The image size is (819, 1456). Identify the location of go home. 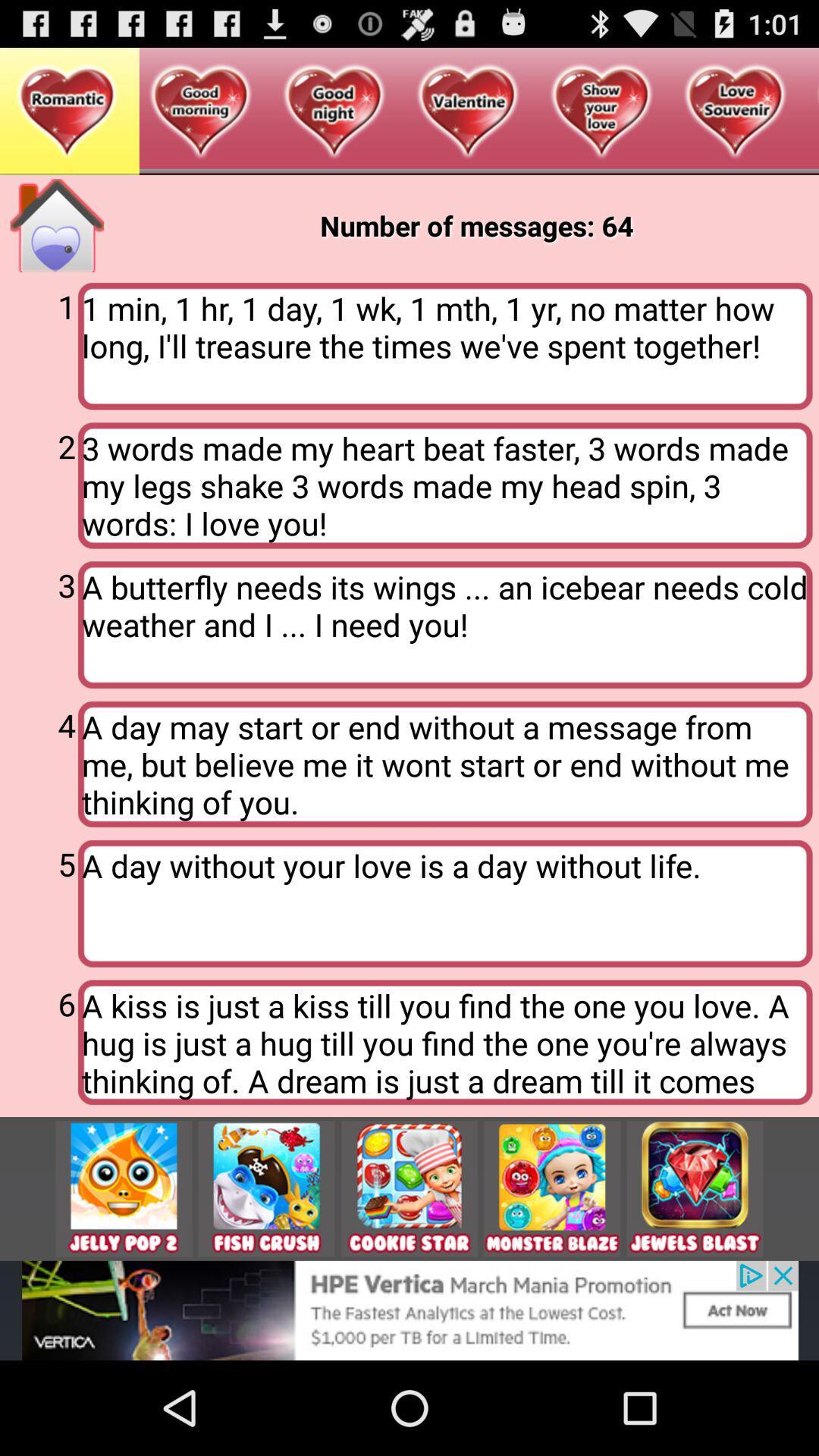
(56, 224).